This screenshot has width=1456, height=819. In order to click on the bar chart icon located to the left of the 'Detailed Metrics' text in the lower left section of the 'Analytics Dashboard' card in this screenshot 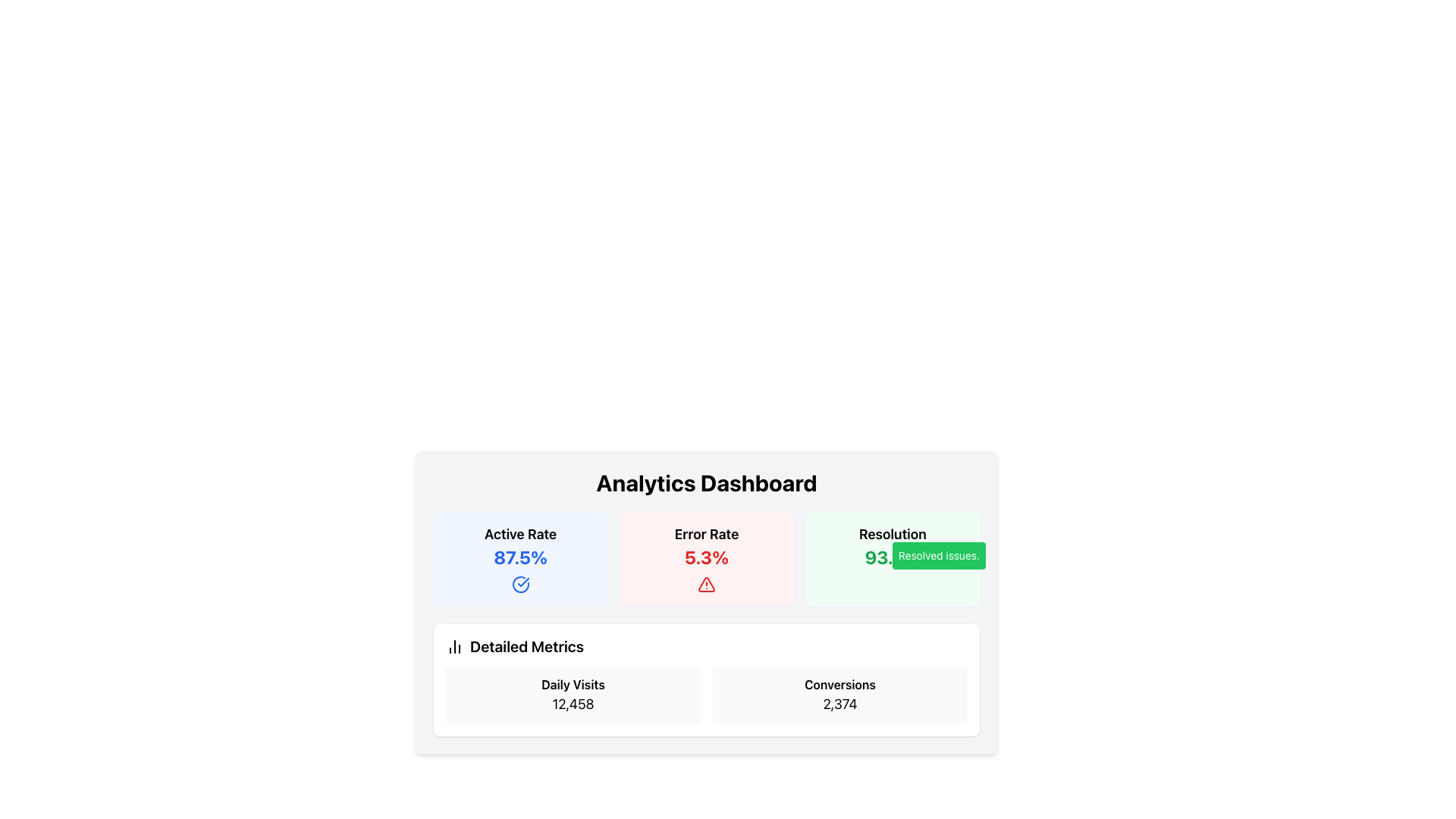, I will do `click(454, 646)`.